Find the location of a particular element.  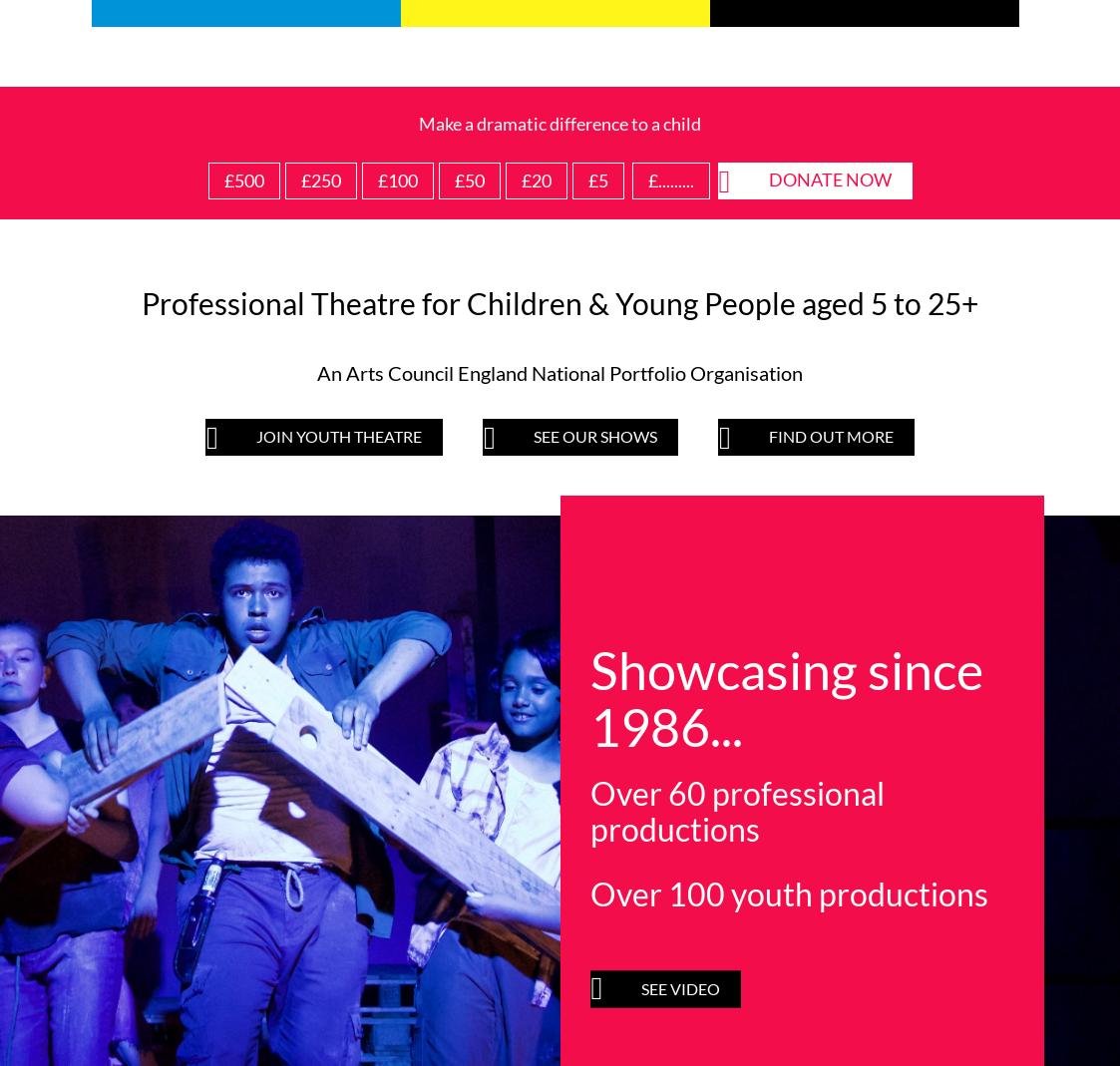

'£.........' is located at coordinates (646, 179).